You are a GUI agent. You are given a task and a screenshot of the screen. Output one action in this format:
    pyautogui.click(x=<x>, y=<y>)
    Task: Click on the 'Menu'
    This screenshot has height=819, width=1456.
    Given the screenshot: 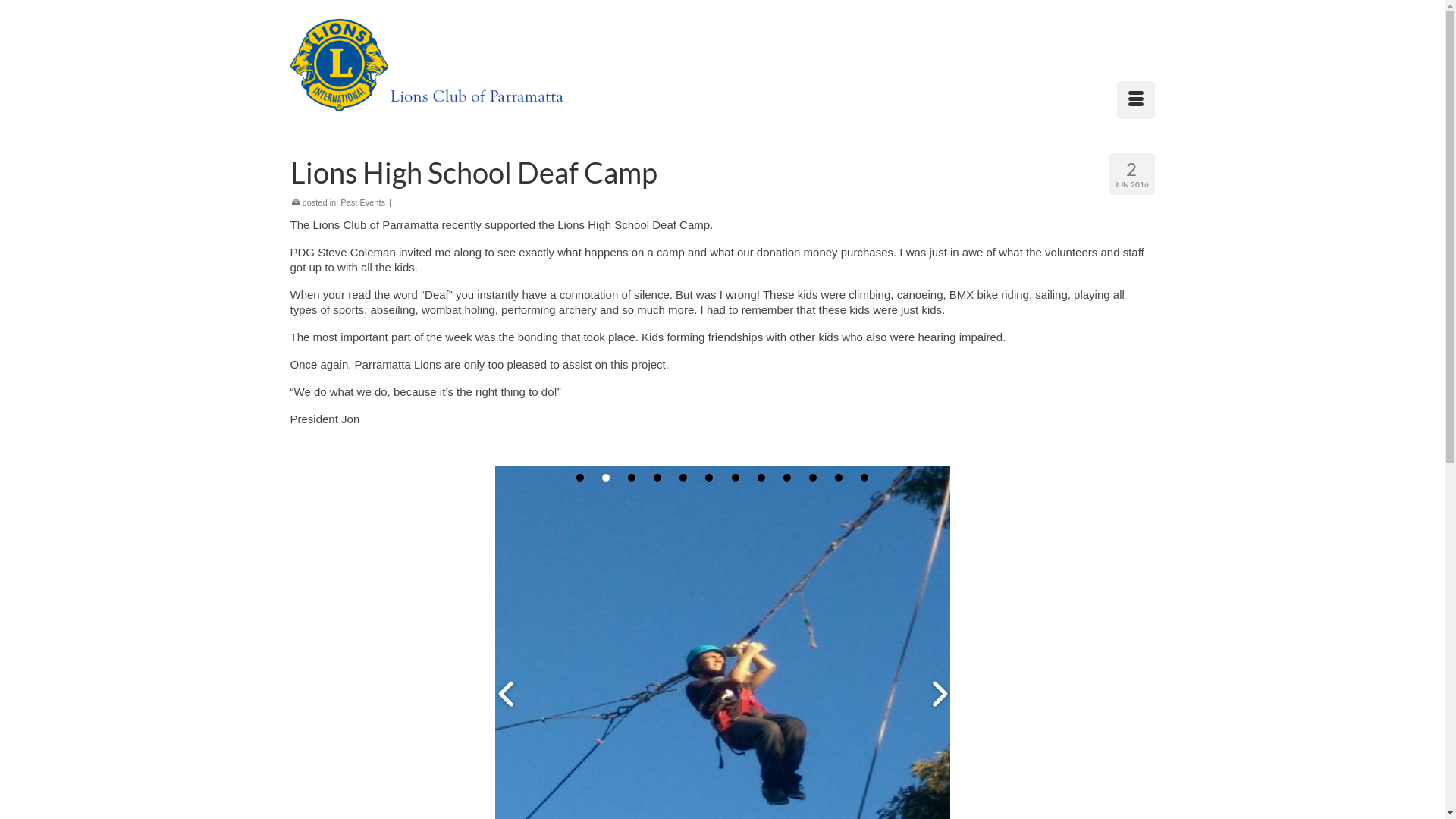 What is the action you would take?
    pyautogui.click(x=1135, y=99)
    